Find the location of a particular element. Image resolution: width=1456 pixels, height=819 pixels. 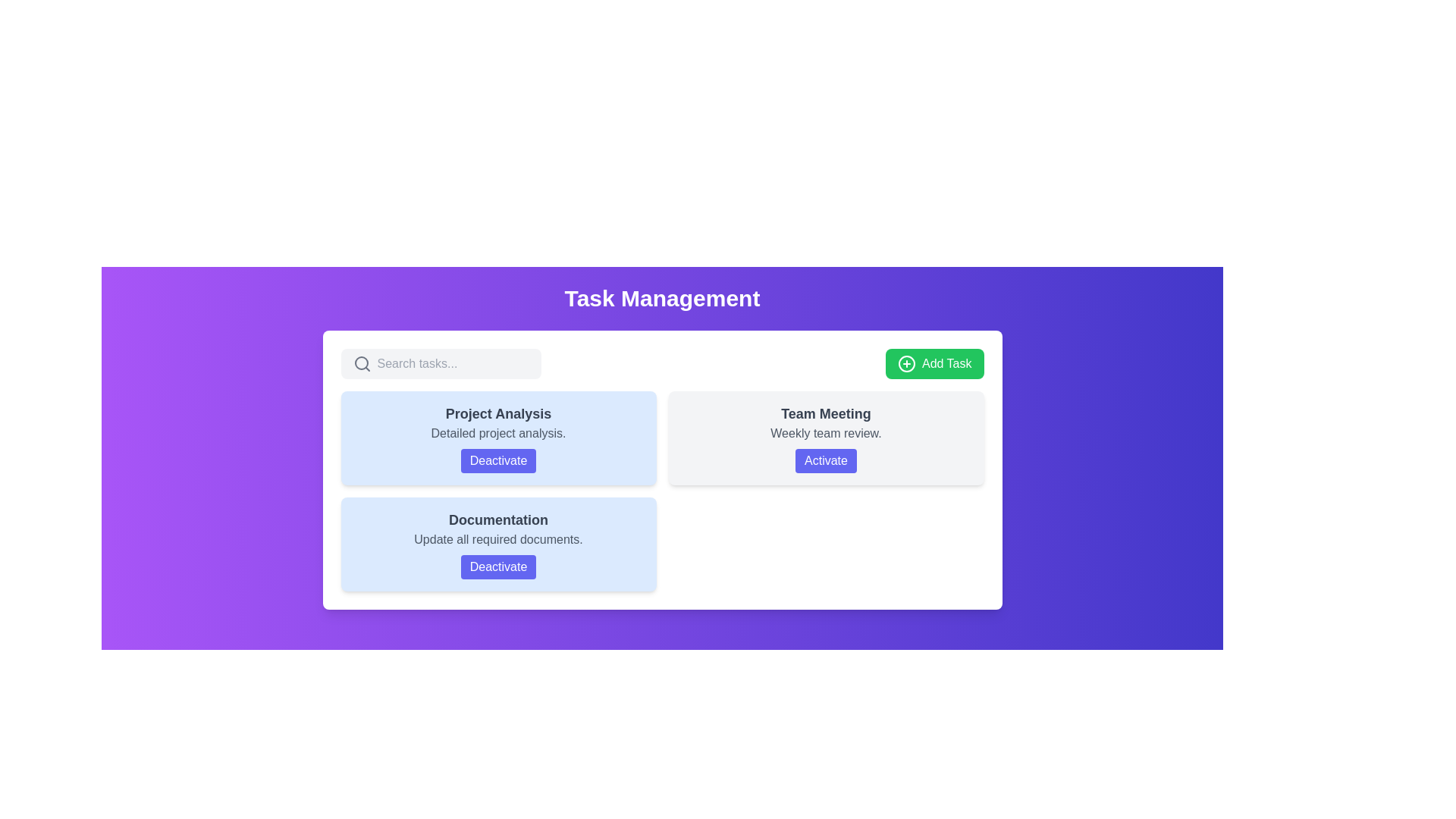

the circular icon representing a plus symbol at the center of the green 'Add Task' button located at the top right of the interface is located at coordinates (906, 363).